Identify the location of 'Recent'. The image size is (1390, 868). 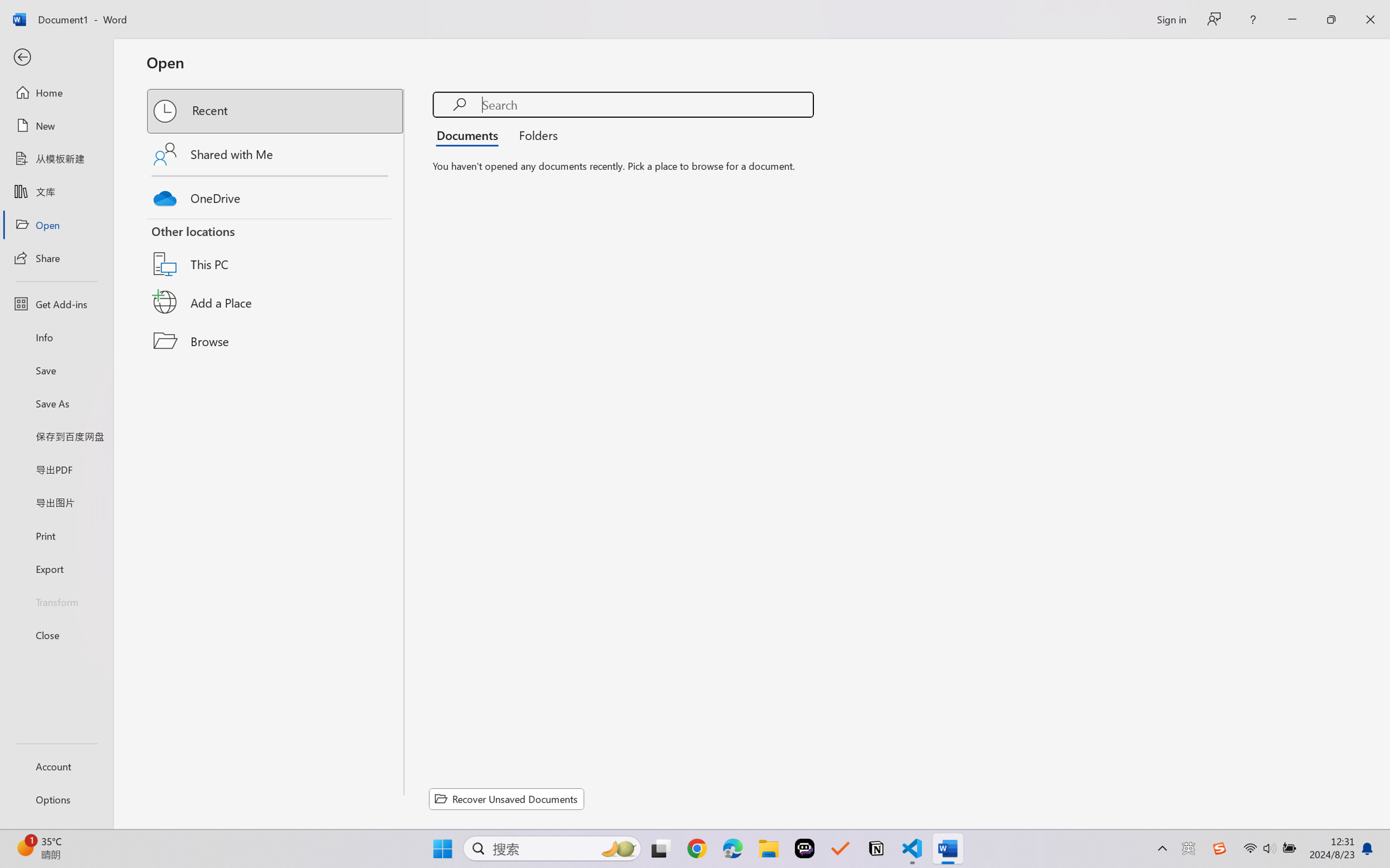
(276, 110).